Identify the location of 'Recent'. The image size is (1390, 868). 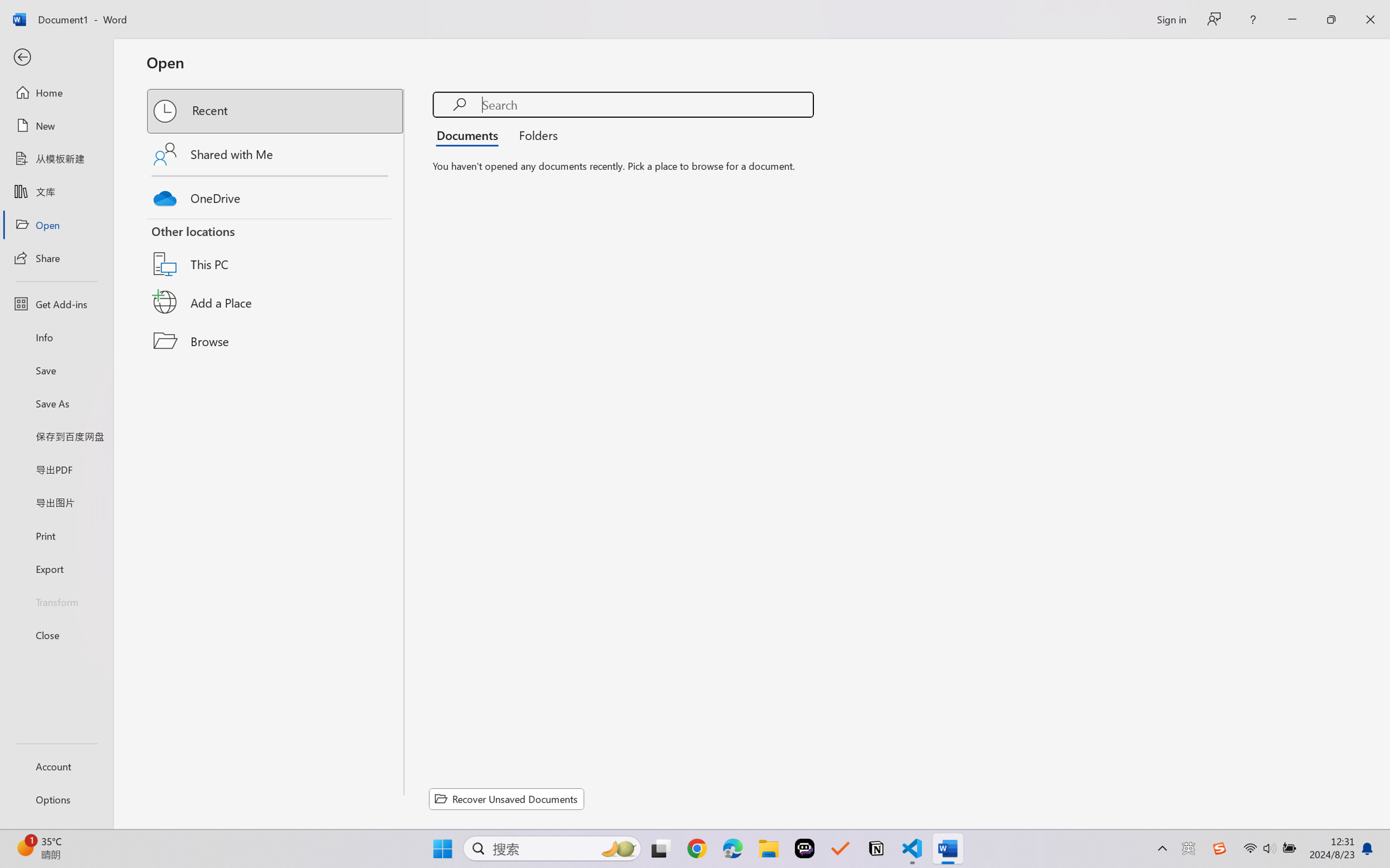
(276, 110).